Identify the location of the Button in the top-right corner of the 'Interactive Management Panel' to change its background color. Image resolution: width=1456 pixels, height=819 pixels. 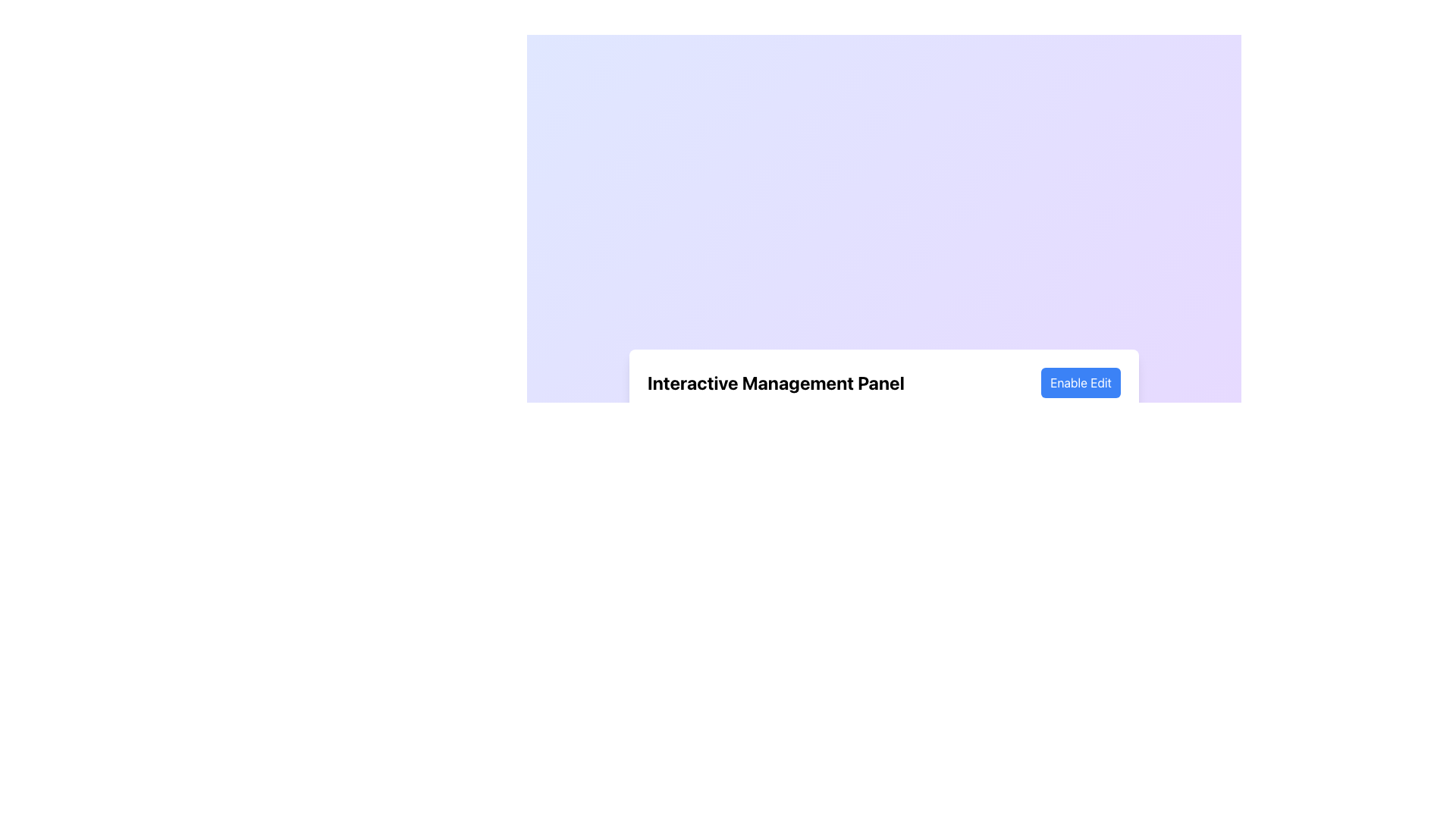
(1080, 382).